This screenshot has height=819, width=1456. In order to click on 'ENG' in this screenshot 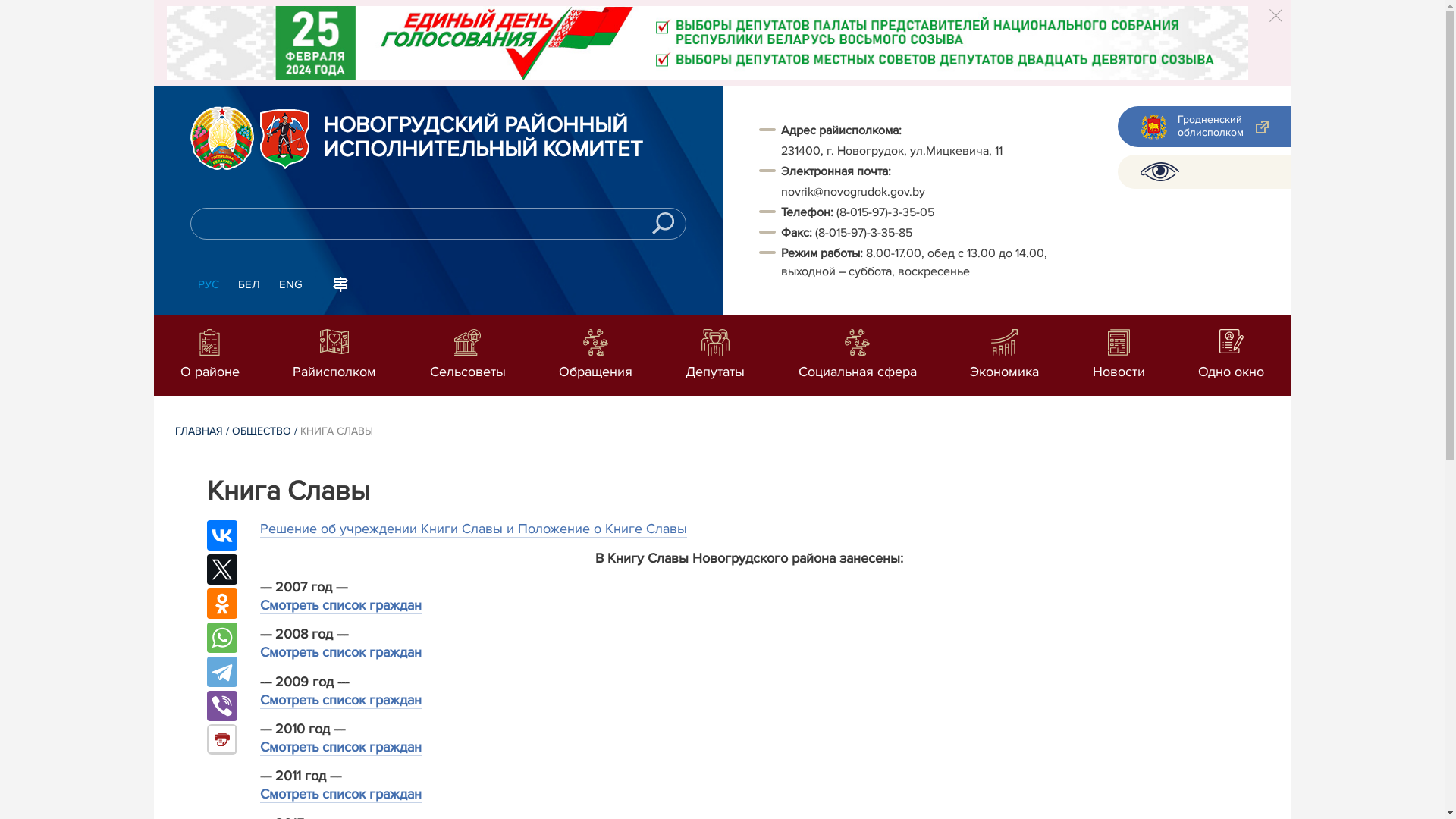, I will do `click(271, 284)`.